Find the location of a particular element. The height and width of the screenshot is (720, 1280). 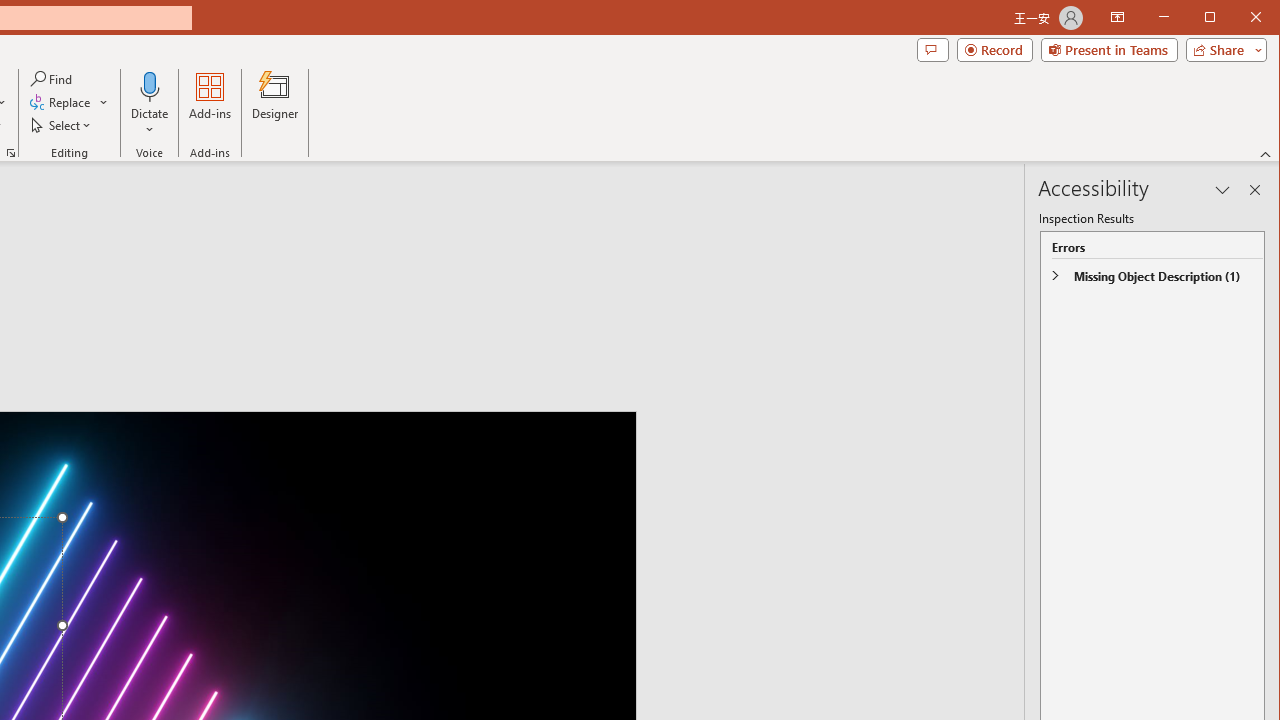

'Dictate' is located at coordinates (149, 85).